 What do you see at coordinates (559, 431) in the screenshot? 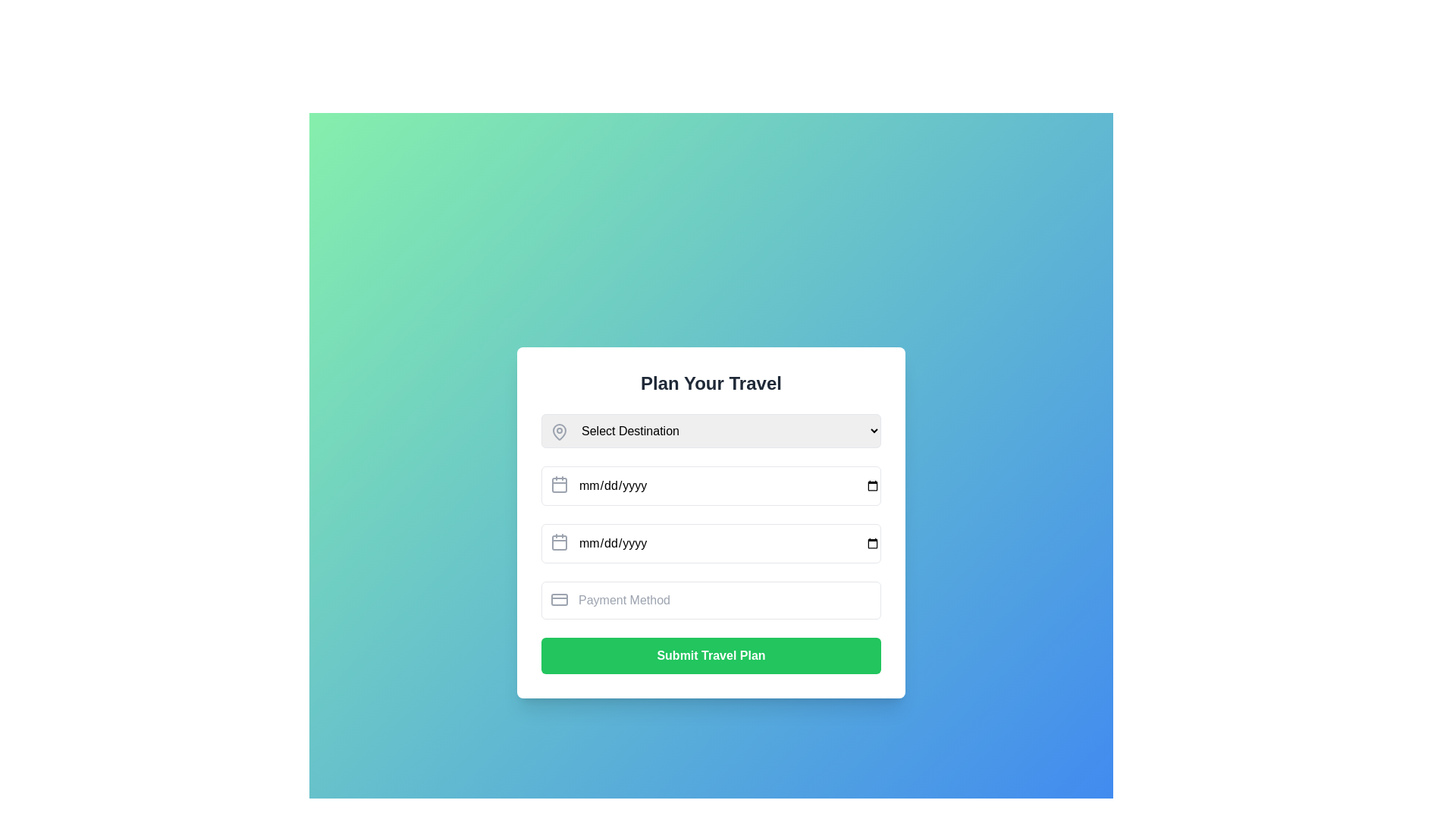
I see `the map pin icon located at the top-left corner inside the 'Select Destination' dropdown field, which visually represents location selection` at bounding box center [559, 431].